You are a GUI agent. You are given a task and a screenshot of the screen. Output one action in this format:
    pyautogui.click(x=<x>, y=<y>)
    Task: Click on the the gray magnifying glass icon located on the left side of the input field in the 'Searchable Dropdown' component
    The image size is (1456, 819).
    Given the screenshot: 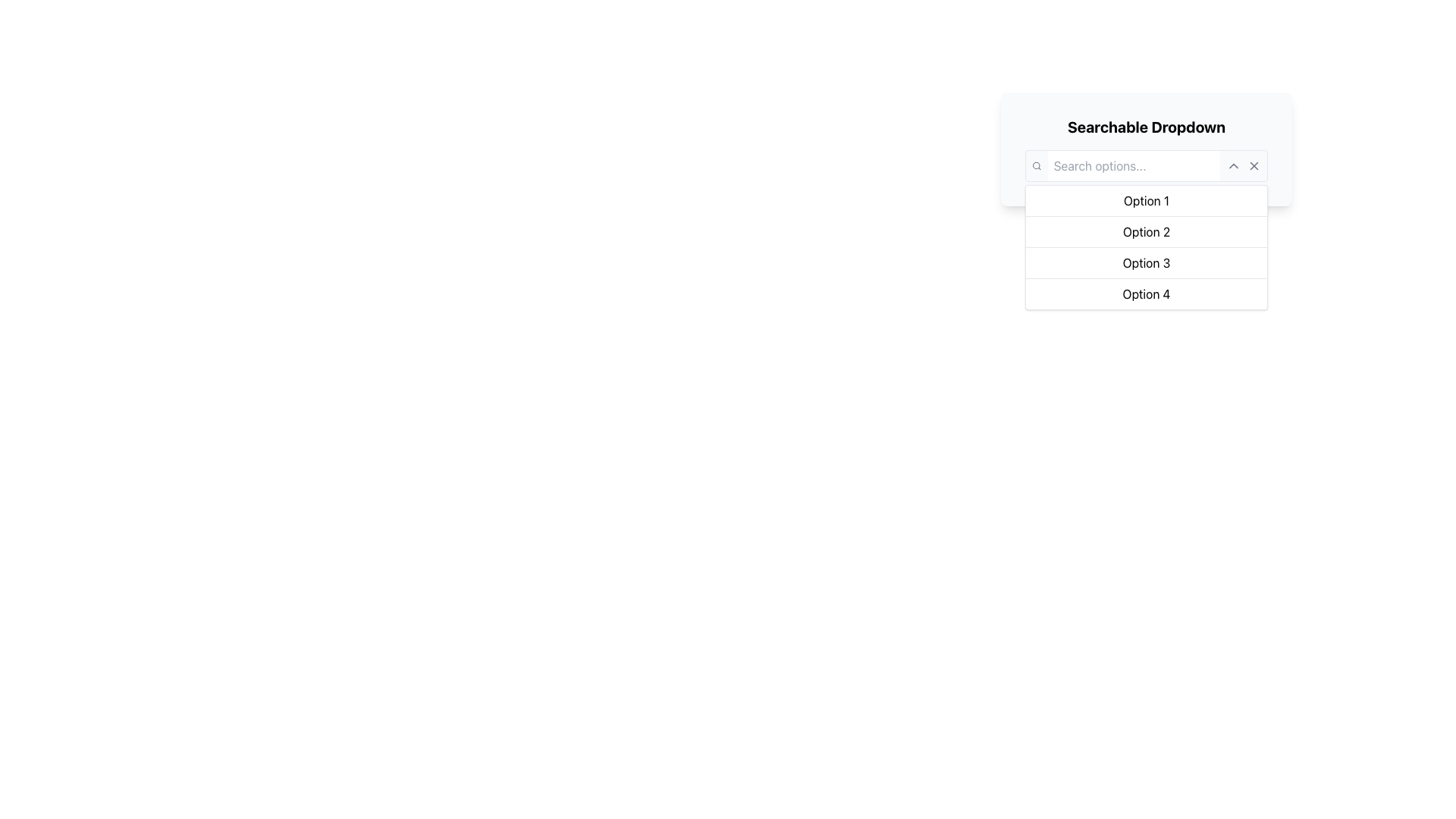 What is the action you would take?
    pyautogui.click(x=1036, y=166)
    